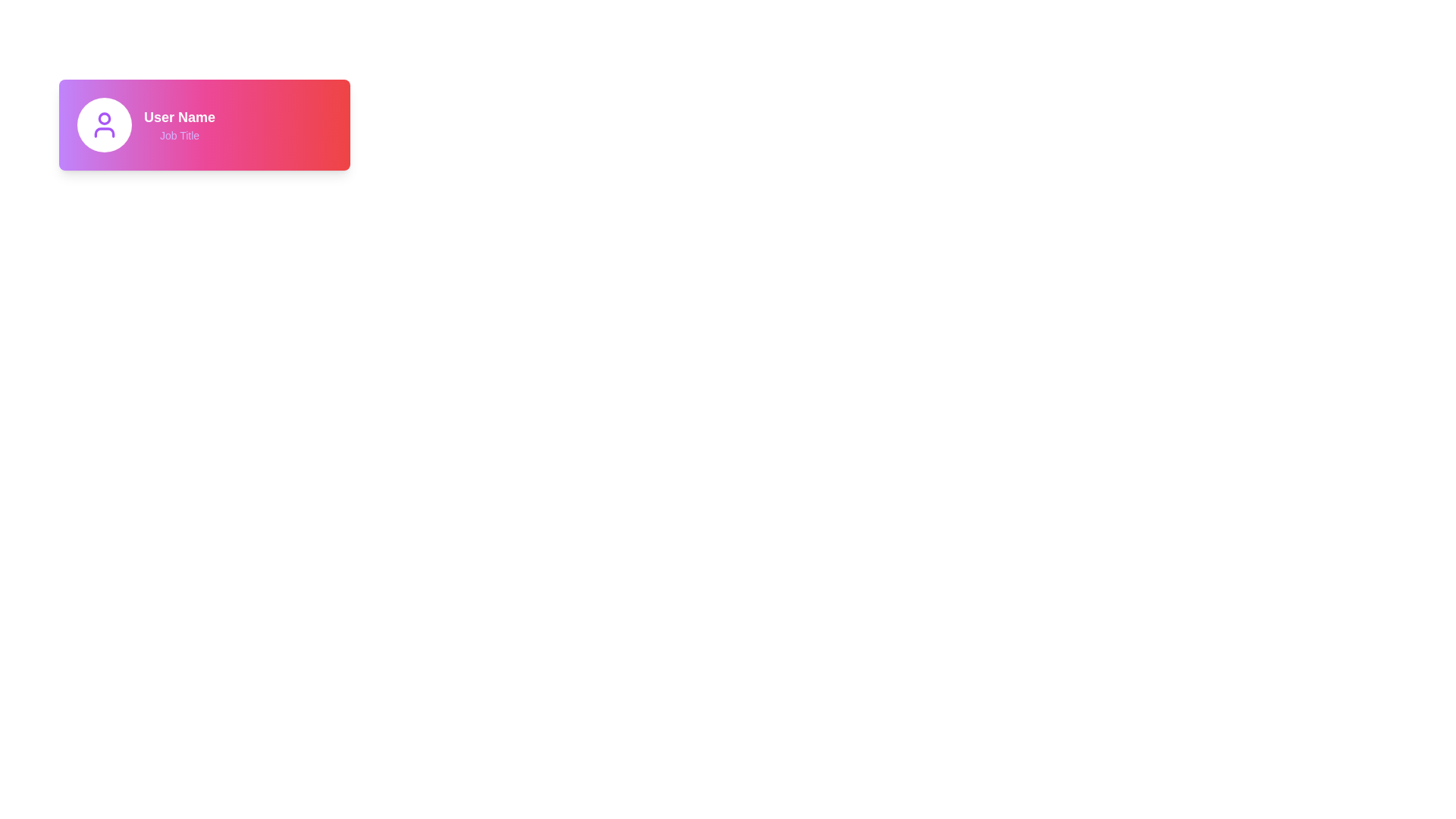 The image size is (1456, 819). Describe the element at coordinates (104, 117) in the screenshot. I see `the profile image icon located within the circle on the left section of the user profile card` at that location.